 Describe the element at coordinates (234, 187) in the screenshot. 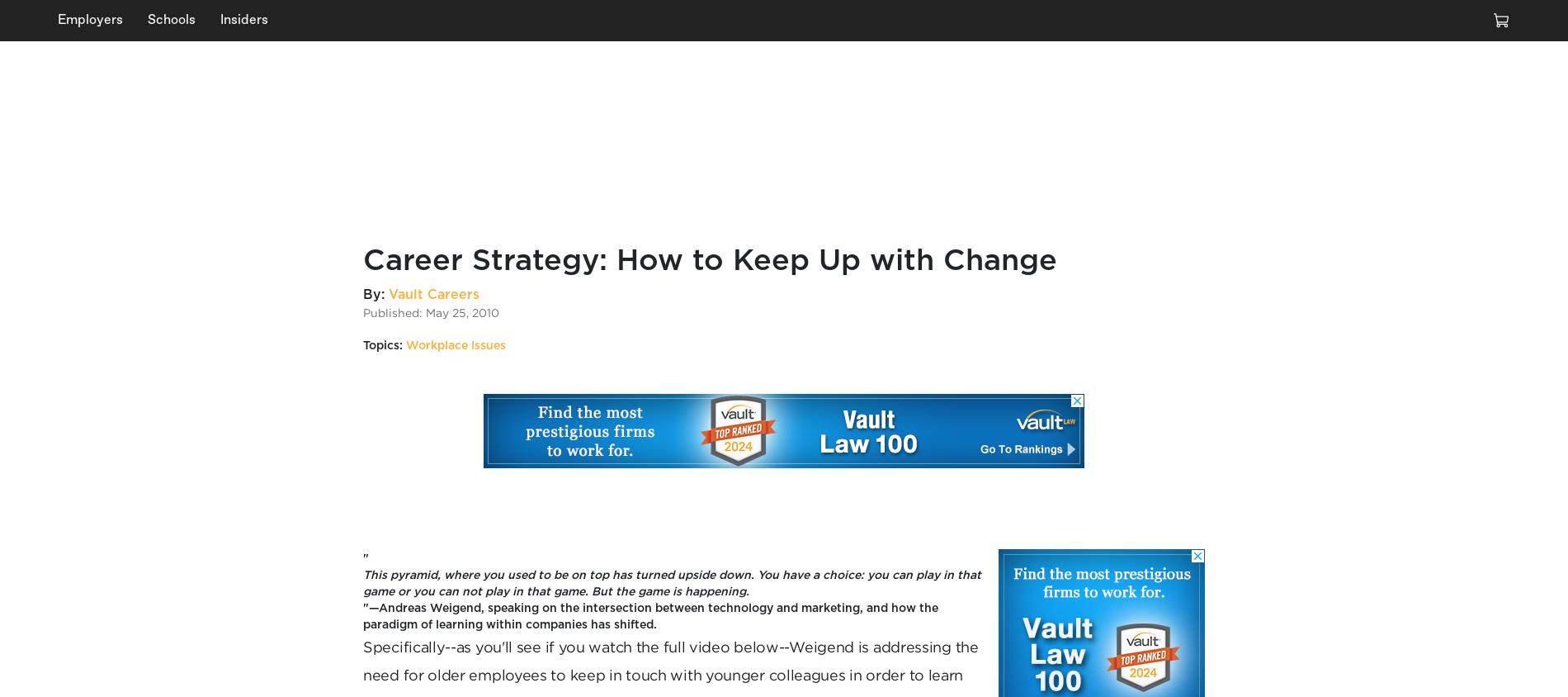

I see `'83 percent'` at that location.